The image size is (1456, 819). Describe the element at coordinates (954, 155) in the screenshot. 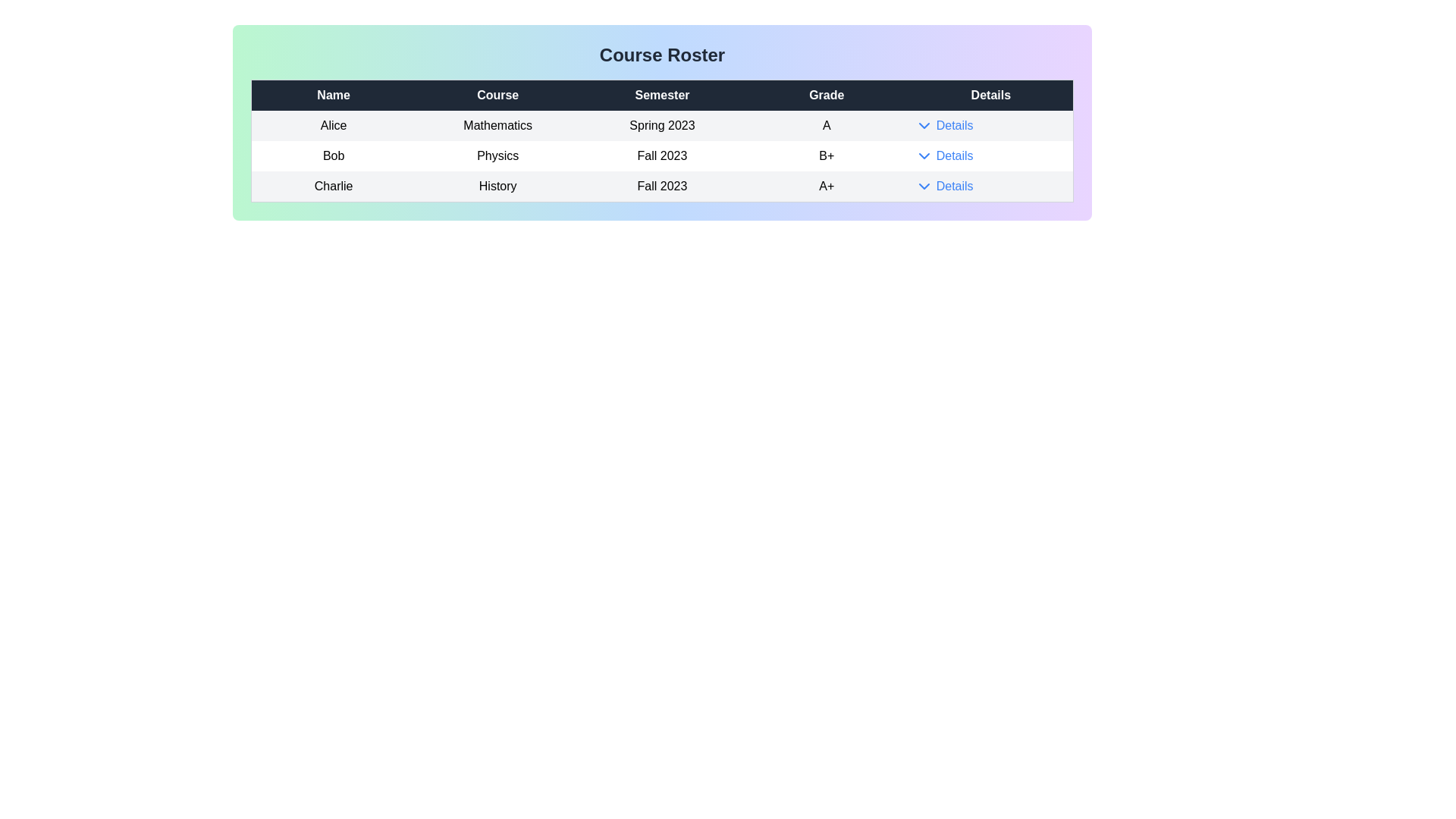

I see `the blue-colored text label 'Details' in the second row of the table under the 'Details' column` at that location.